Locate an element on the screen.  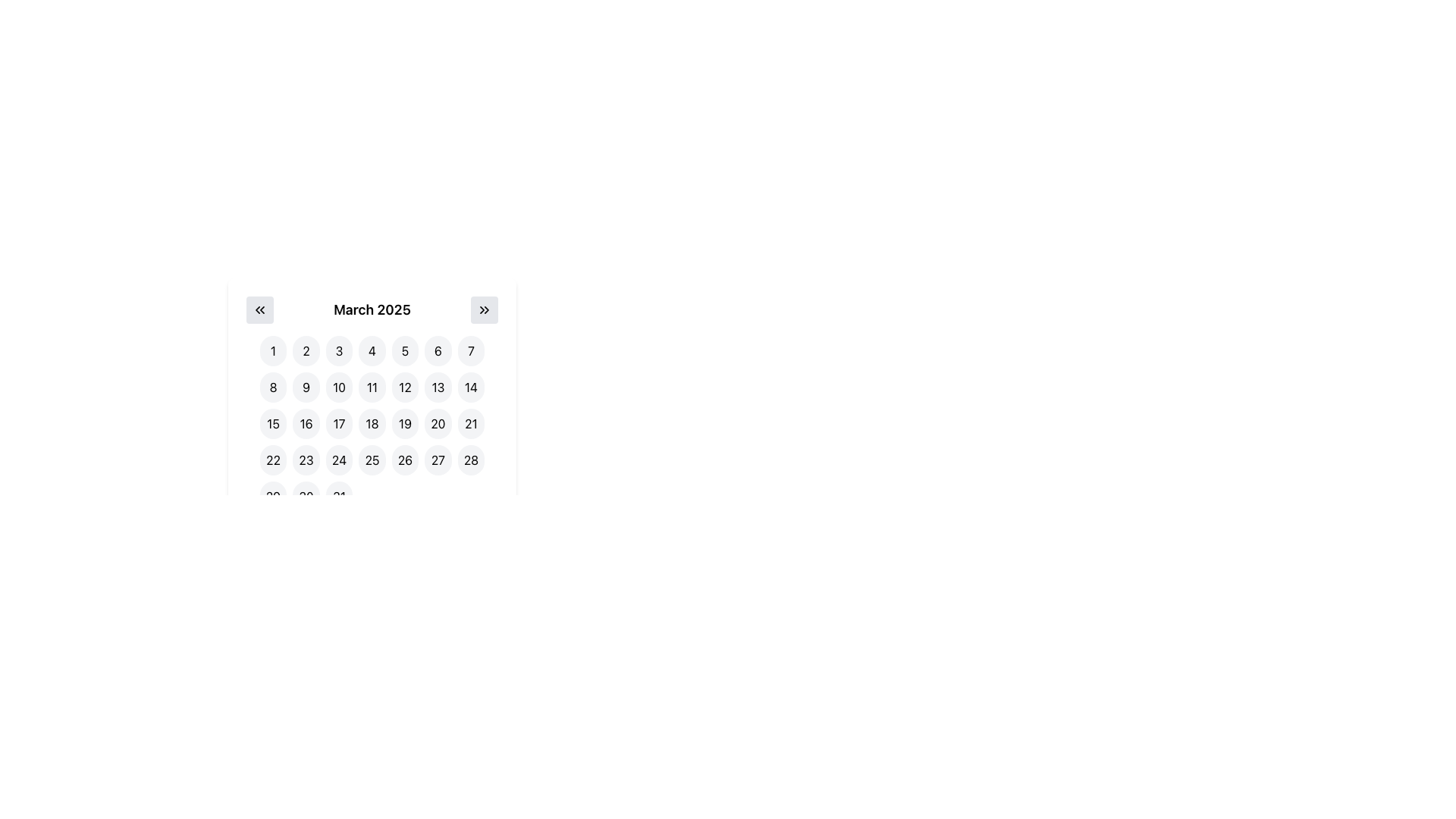
the selectable day button for the date '4' in the calendar interface to activate hover effects is located at coordinates (372, 350).